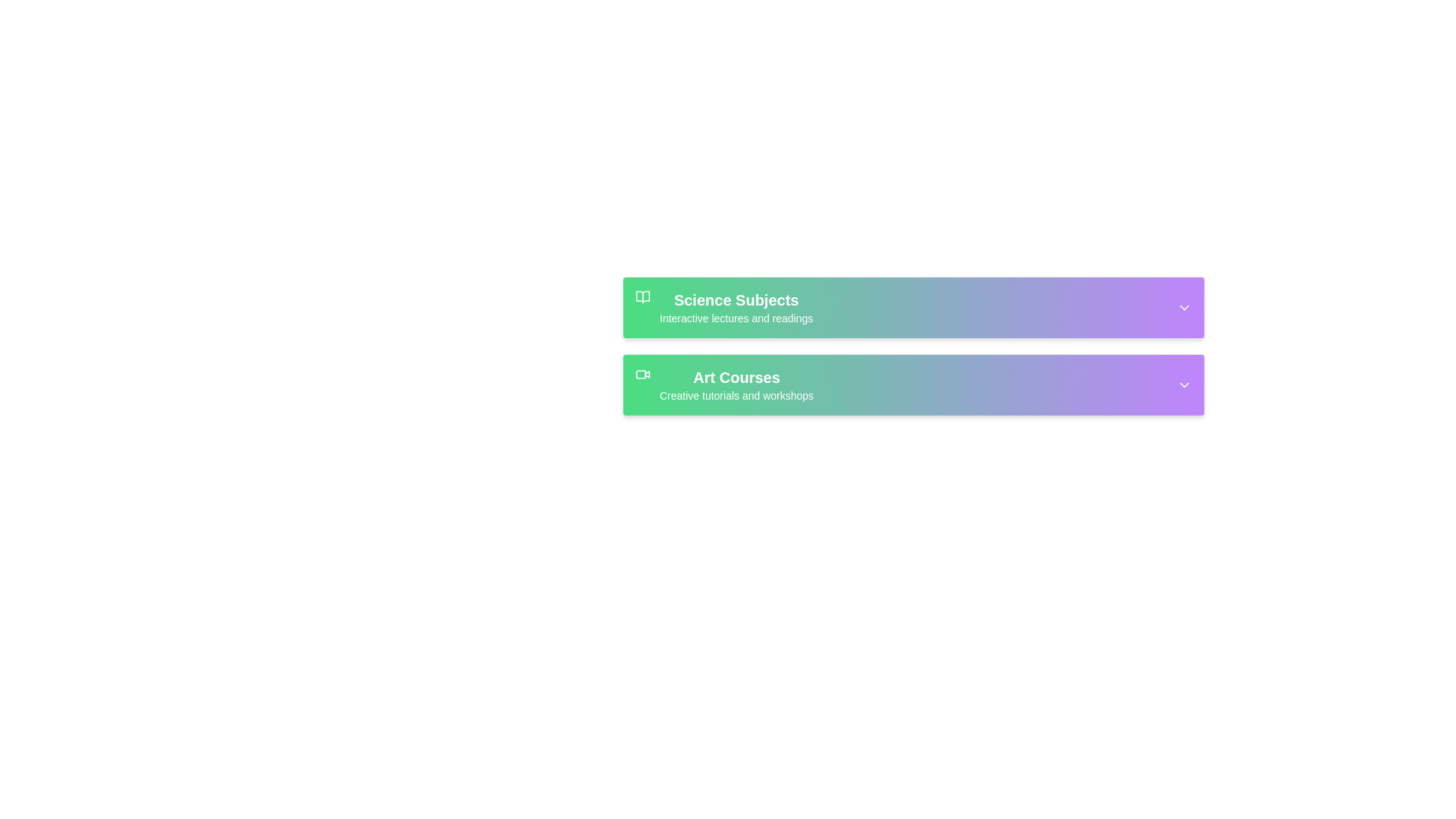 The height and width of the screenshot is (819, 1456). What do you see at coordinates (643, 297) in the screenshot?
I see `the open book icon on the green background, located to the left of the 'Science Subjects' section above the text 'Interactive lectures and readings'` at bounding box center [643, 297].